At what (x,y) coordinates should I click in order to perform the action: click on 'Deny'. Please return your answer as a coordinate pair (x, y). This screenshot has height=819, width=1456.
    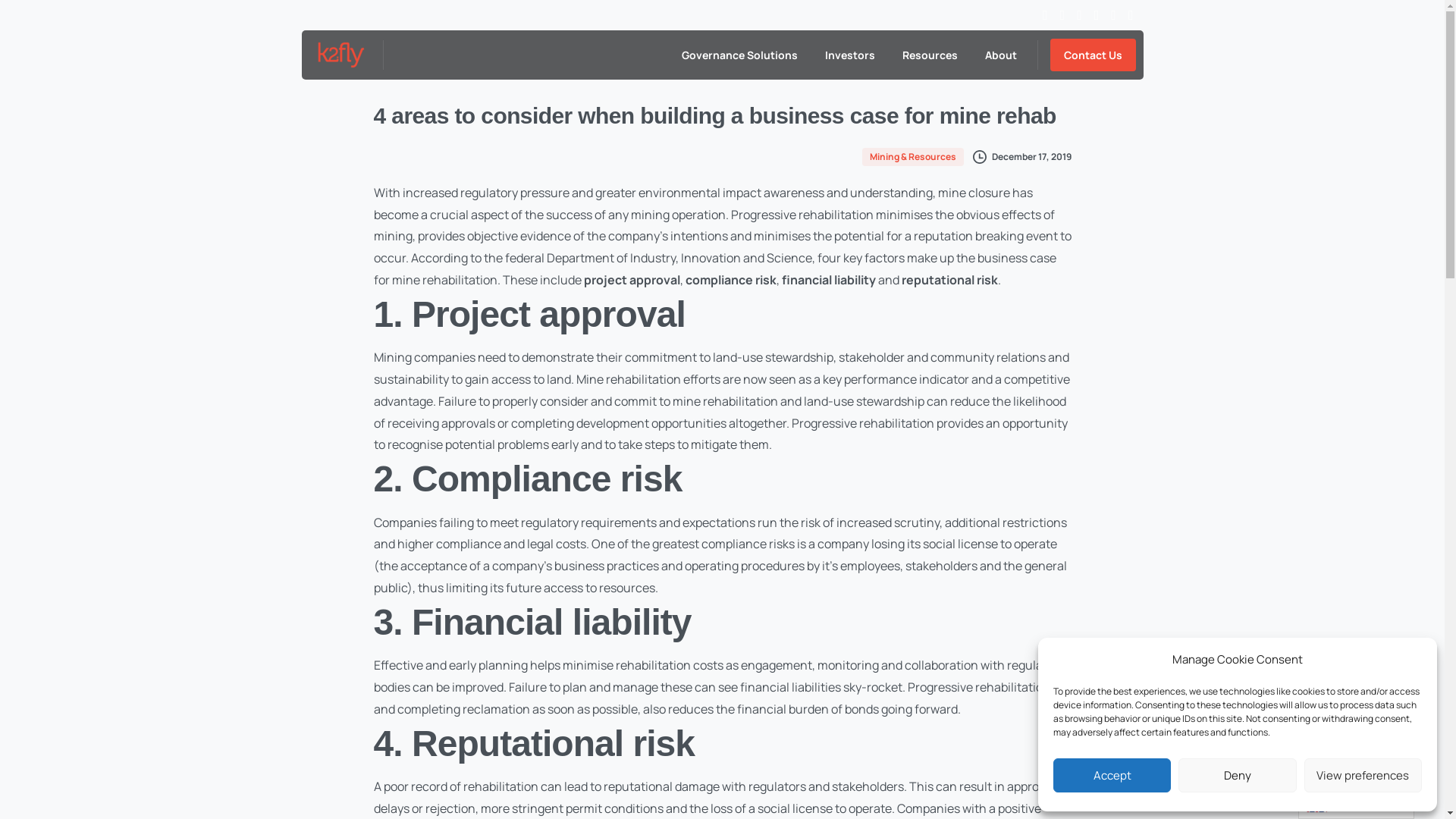
    Looking at the image, I should click on (1178, 775).